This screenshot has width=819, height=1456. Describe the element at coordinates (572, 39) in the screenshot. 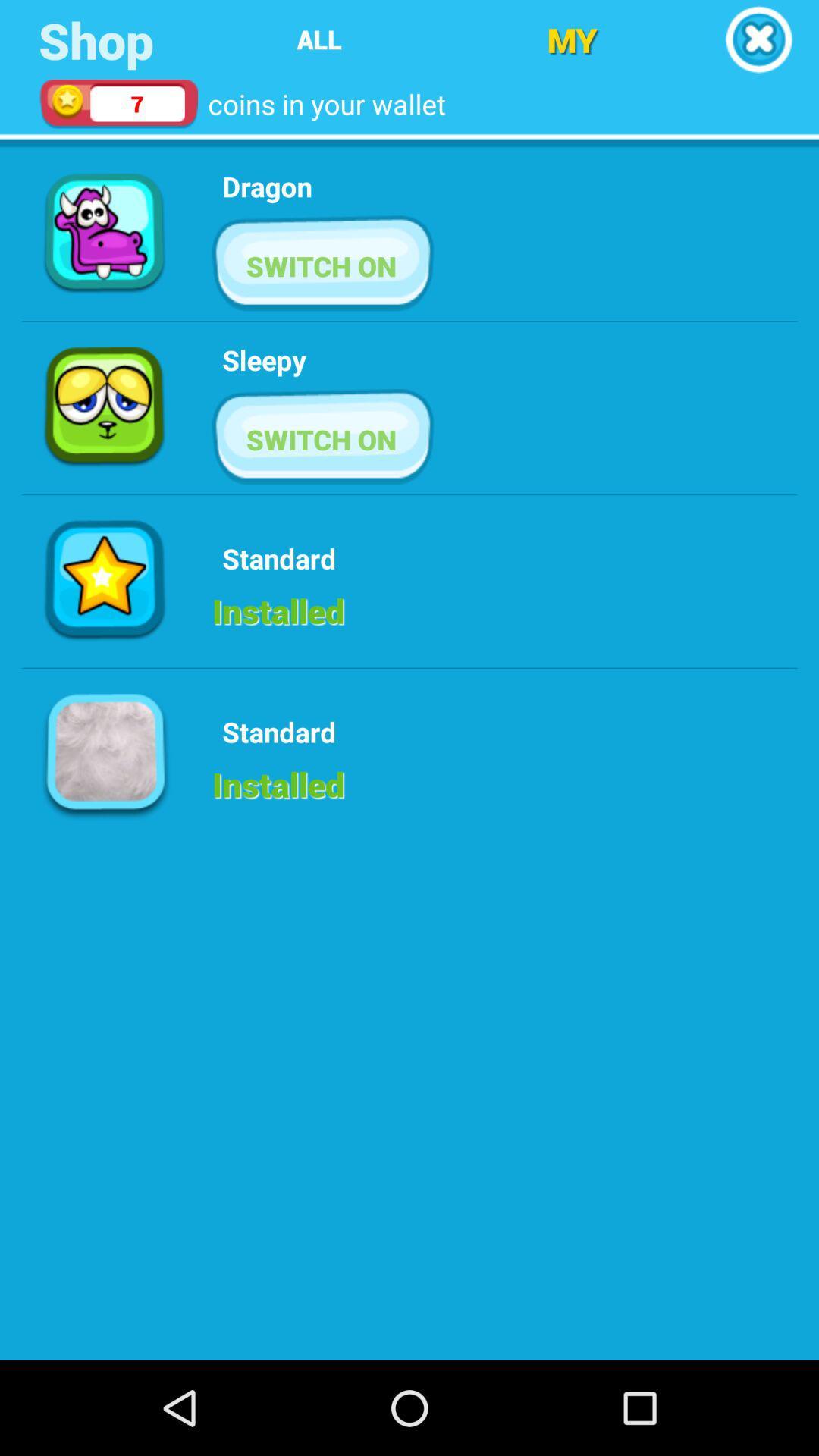

I see `icon next to the coins in your item` at that location.